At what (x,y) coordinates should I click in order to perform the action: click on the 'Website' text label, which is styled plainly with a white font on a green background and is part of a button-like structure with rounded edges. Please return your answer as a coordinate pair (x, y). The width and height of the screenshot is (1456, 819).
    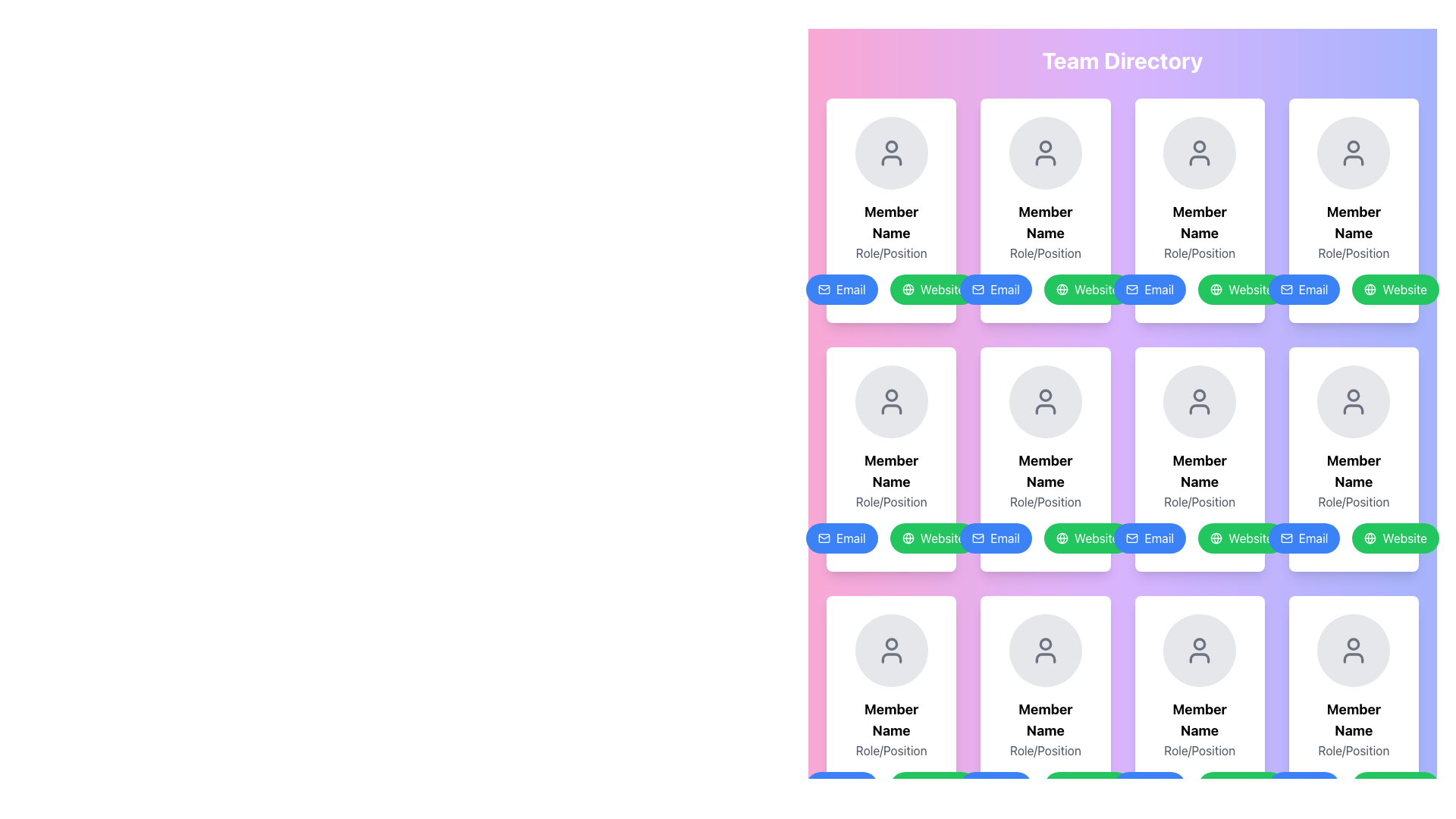
    Looking at the image, I should click on (942, 786).